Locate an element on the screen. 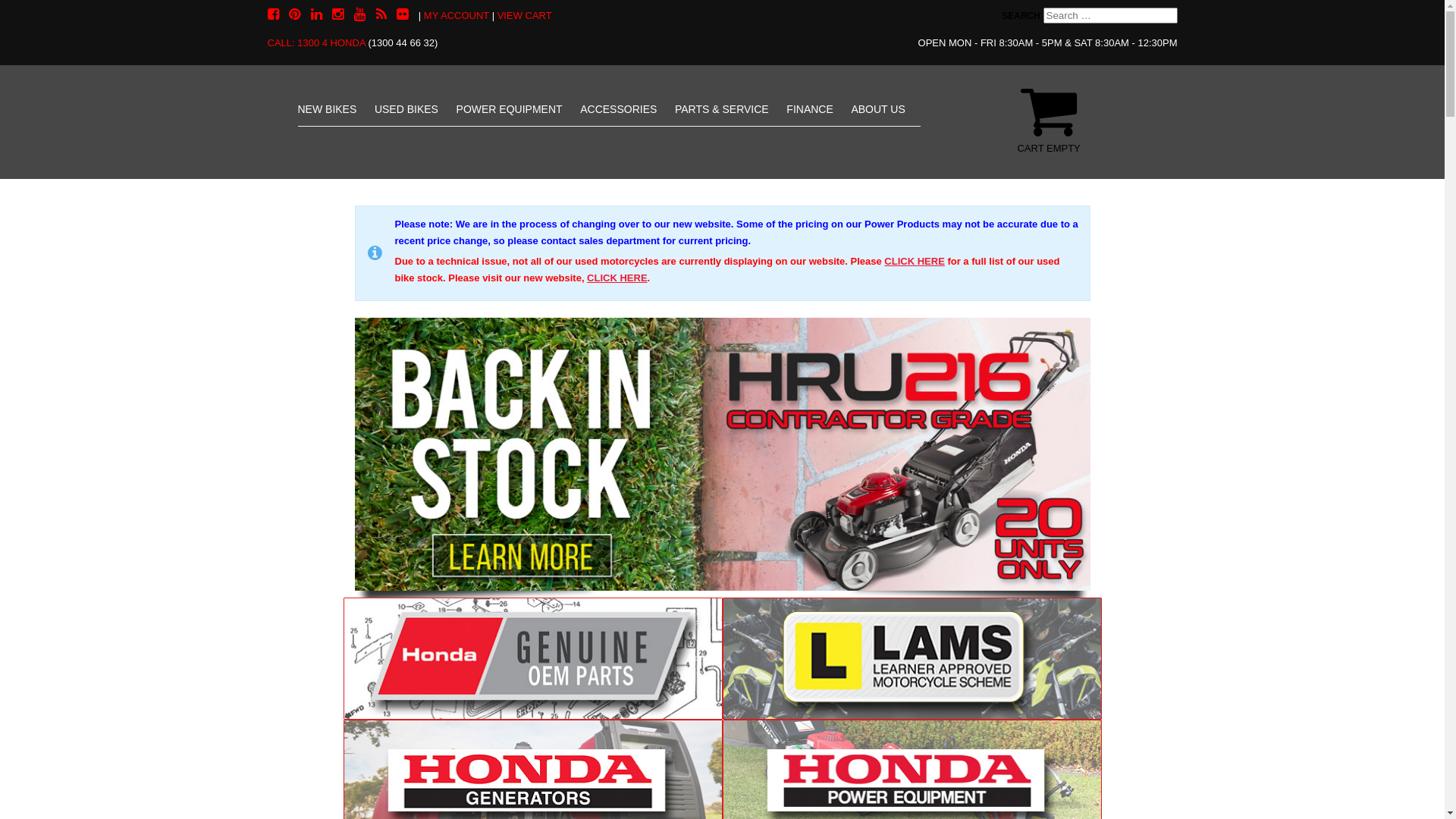  'ABOUT US' is located at coordinates (877, 108).